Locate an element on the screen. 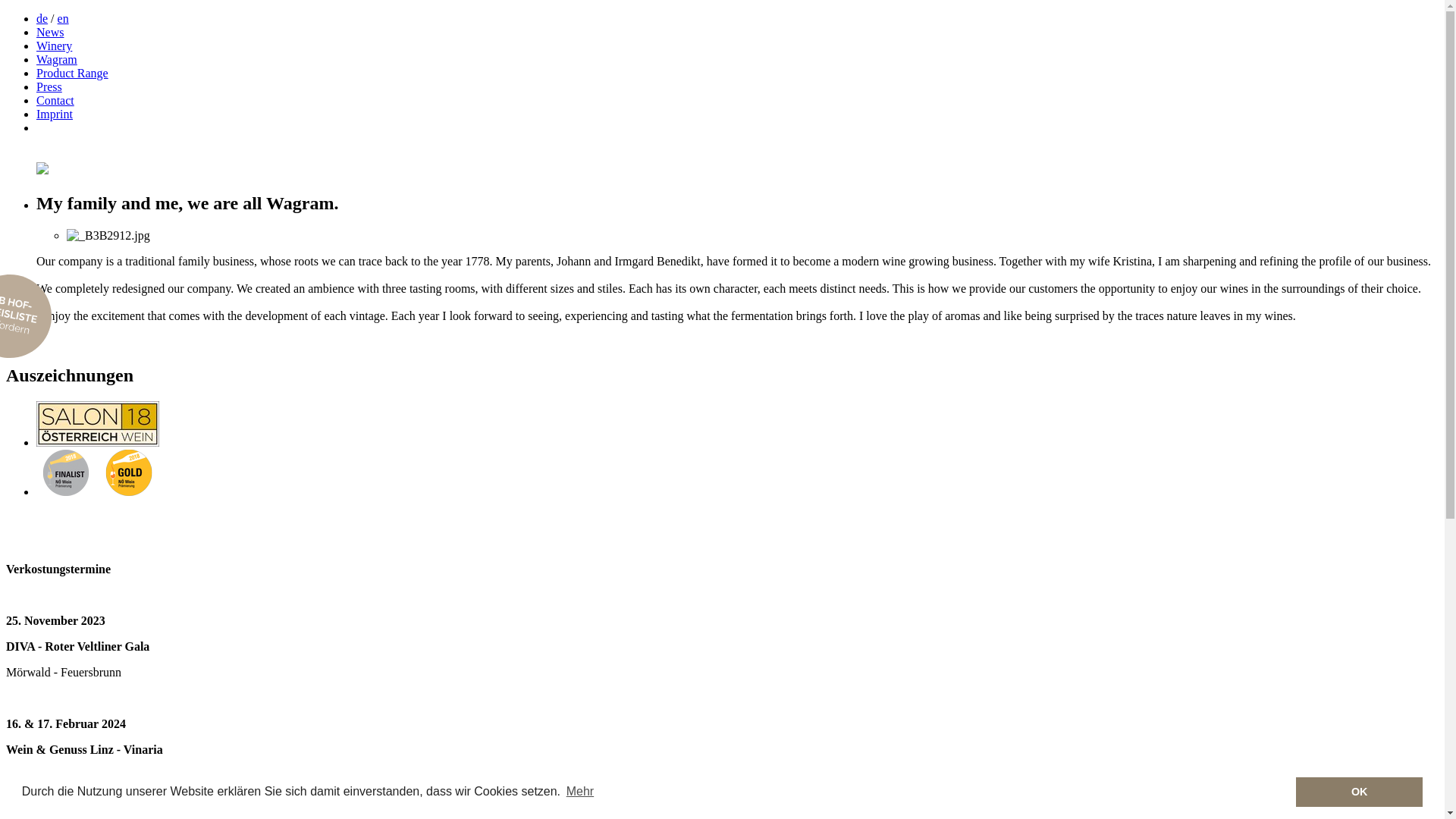  'Imprint' is located at coordinates (36, 113).